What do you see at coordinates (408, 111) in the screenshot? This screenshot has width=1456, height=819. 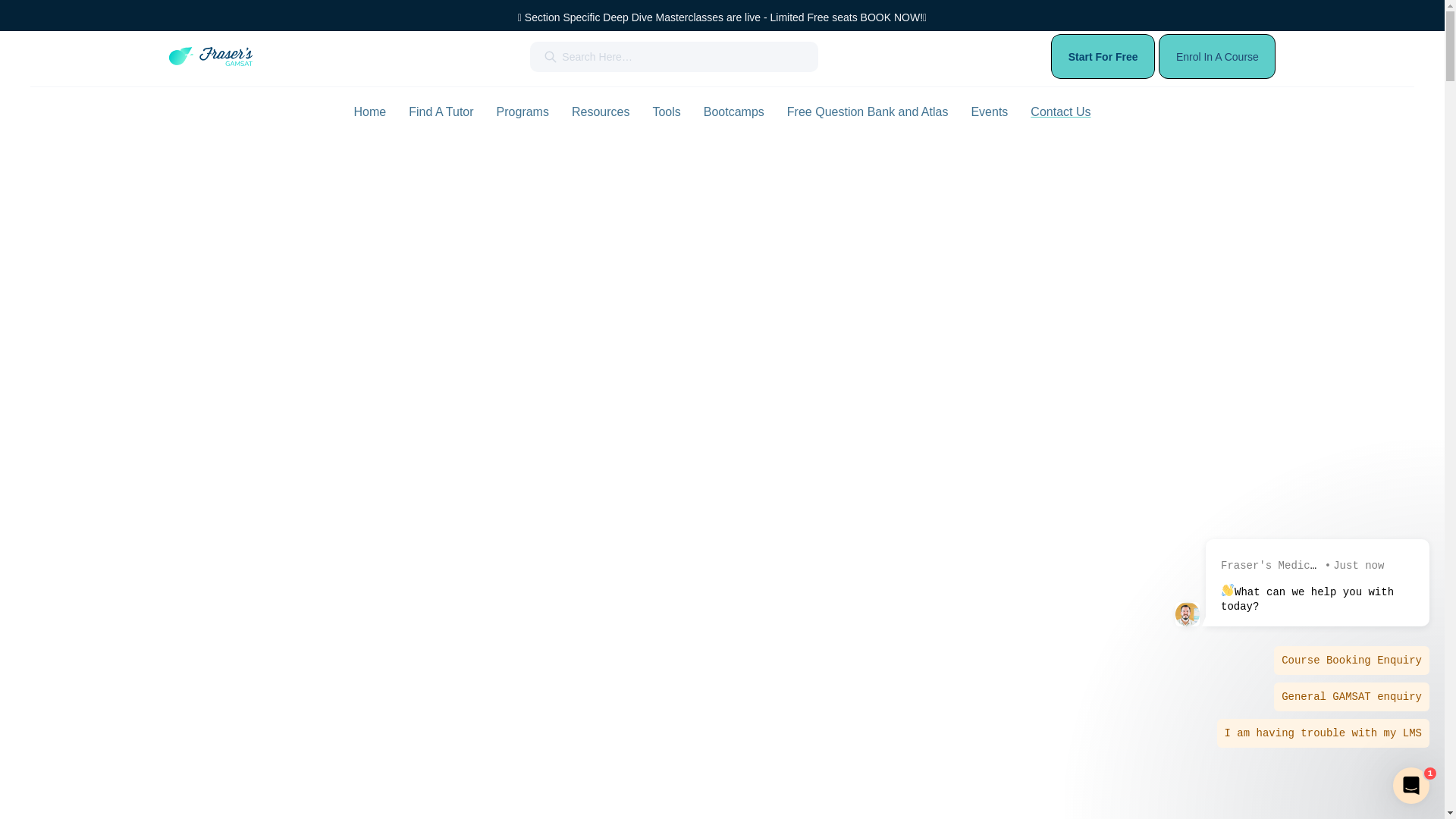 I see `'Find A Tutor'` at bounding box center [408, 111].